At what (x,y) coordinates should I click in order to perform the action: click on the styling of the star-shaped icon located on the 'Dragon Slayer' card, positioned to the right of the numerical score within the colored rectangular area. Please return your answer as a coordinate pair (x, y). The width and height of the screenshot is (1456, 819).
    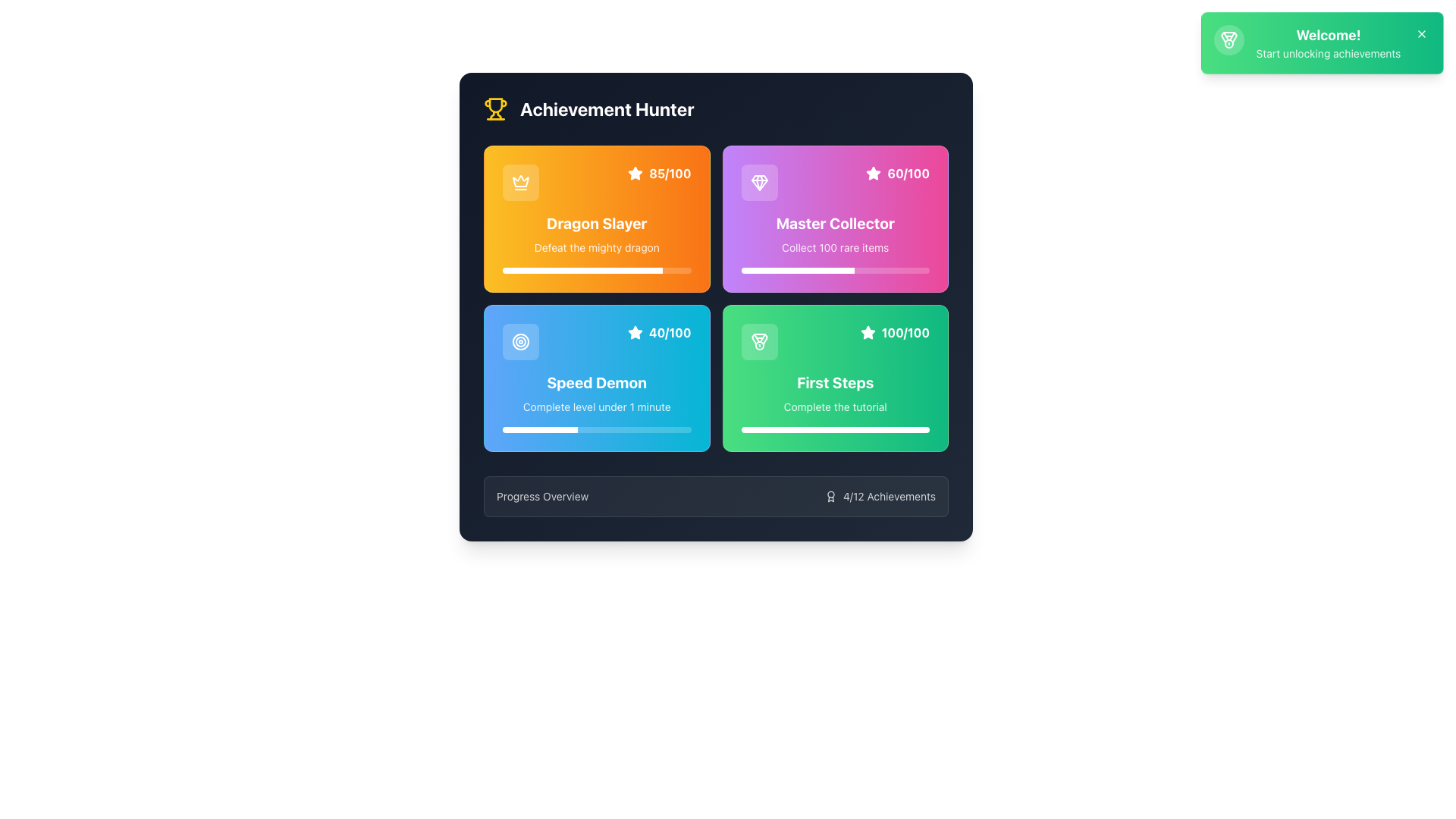
    Looking at the image, I should click on (635, 331).